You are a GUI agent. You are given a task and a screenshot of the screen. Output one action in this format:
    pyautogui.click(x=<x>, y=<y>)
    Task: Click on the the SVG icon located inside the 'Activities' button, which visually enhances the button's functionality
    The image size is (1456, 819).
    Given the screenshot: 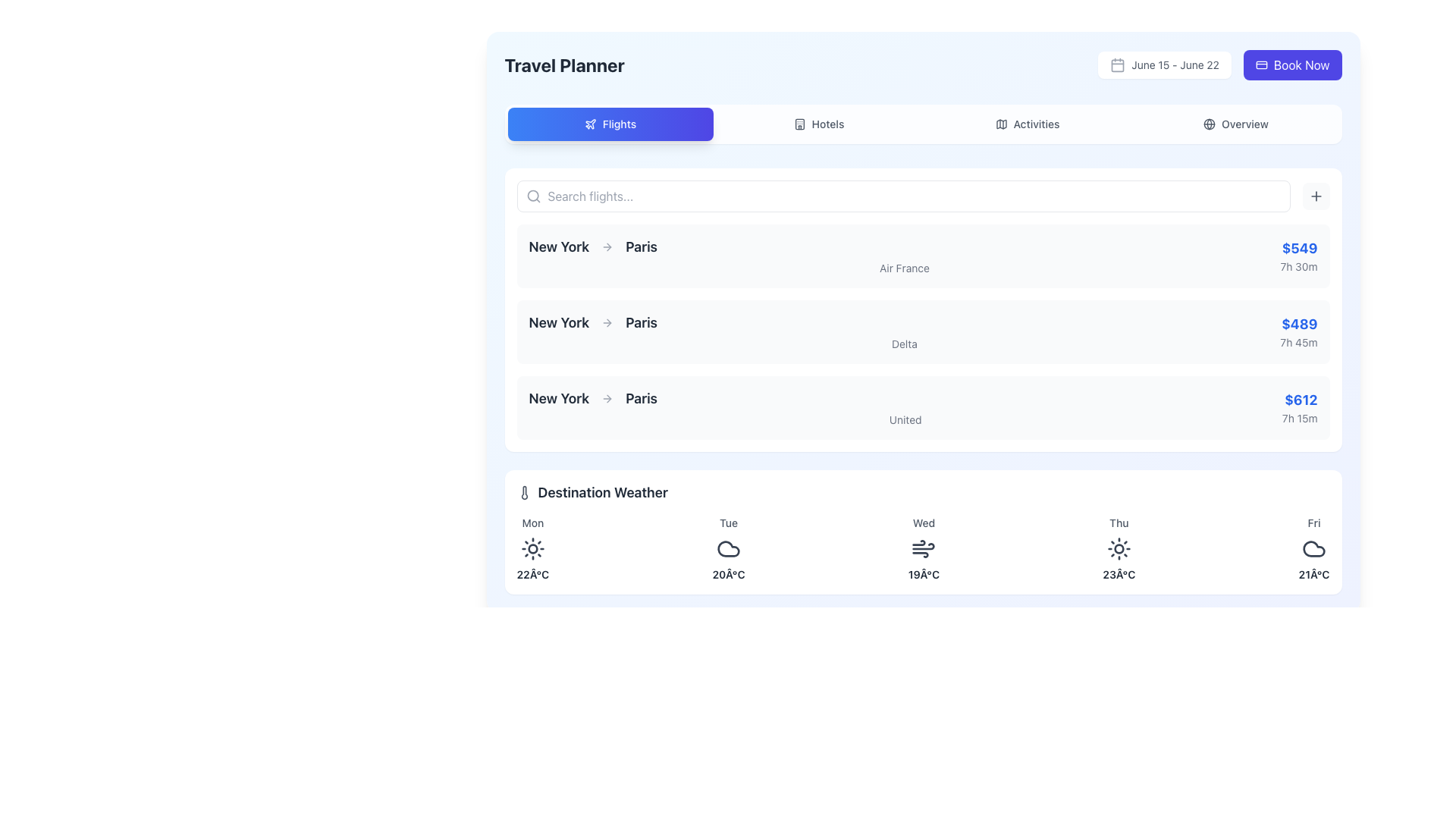 What is the action you would take?
    pyautogui.click(x=1001, y=124)
    